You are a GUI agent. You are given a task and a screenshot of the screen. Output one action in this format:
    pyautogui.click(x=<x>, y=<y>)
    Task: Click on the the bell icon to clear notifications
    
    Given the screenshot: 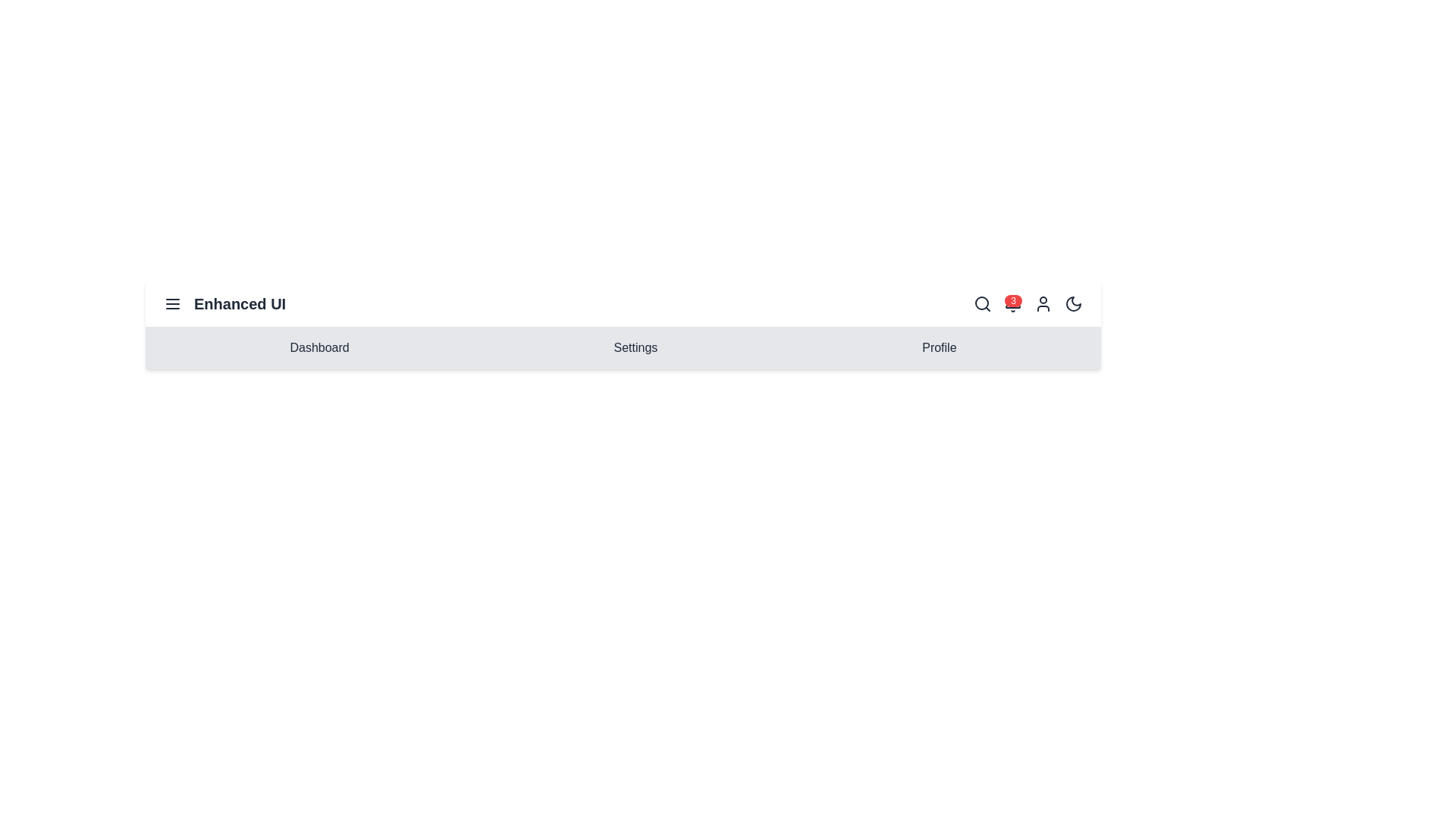 What is the action you would take?
    pyautogui.click(x=1012, y=304)
    